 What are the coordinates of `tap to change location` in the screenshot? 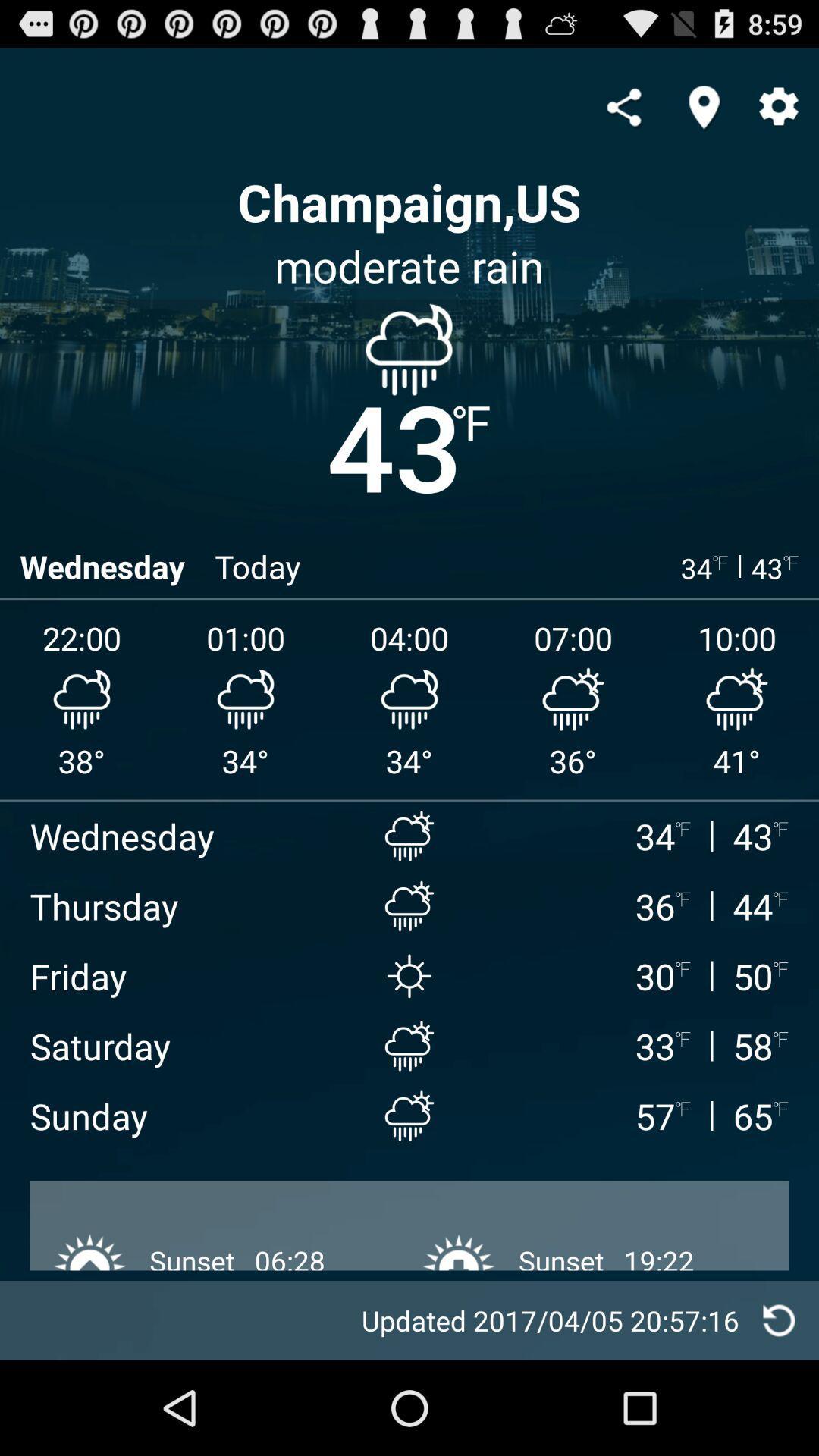 It's located at (704, 106).